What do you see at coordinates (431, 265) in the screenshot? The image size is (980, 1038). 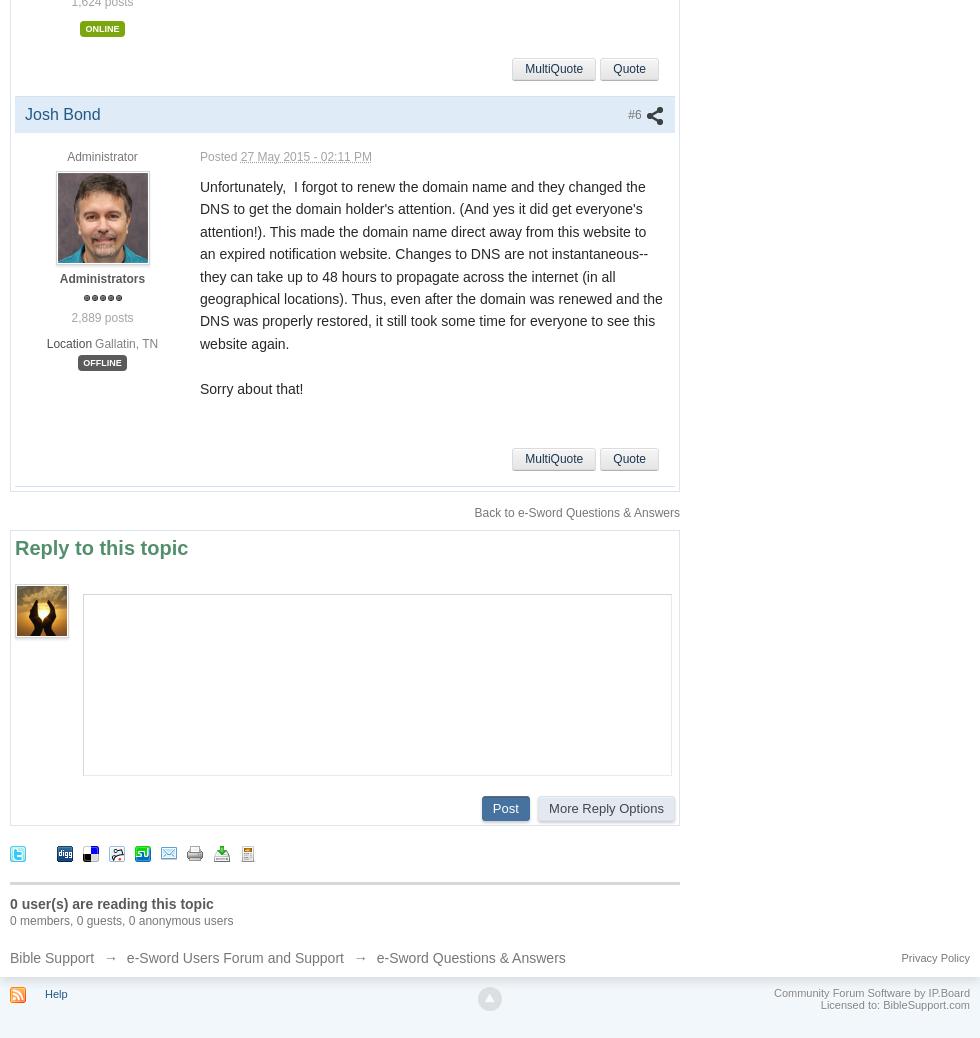 I see `'Unfortunately,  I forgot to renew the domain name and they changed the DNS to get the domain holder's attention. (And yes it did get everyone's attention!). This made the domain name direct away from this website to an expired notification website. Changes to DNS are not instantaneous--they can take up to 48 hours to propagate across the internet (in all geographical locations). Thus, even after the domain was renewed and the DNS was properly restored, it still took some time for everyone to see this website again.'` at bounding box center [431, 265].